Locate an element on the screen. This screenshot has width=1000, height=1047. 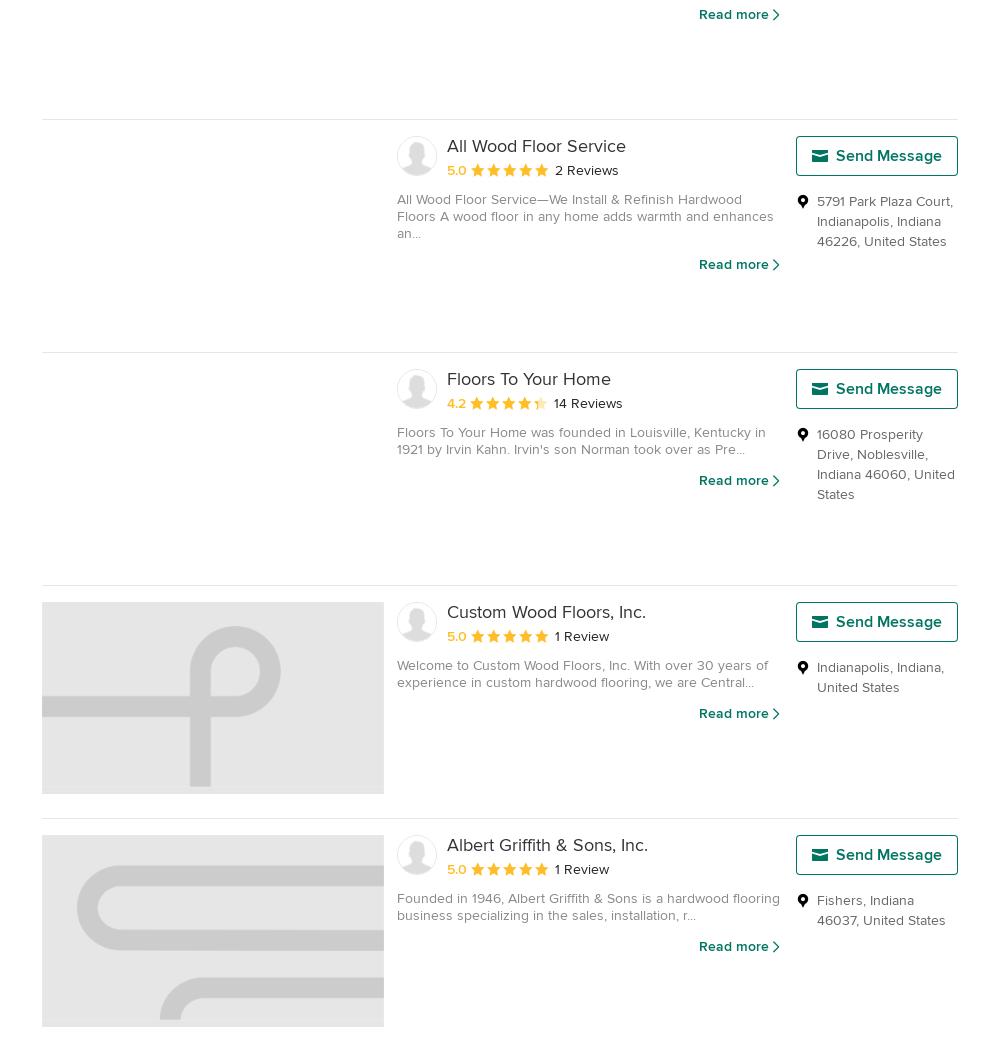
'Albert Griffith & Sons, Inc.' is located at coordinates (547, 843).